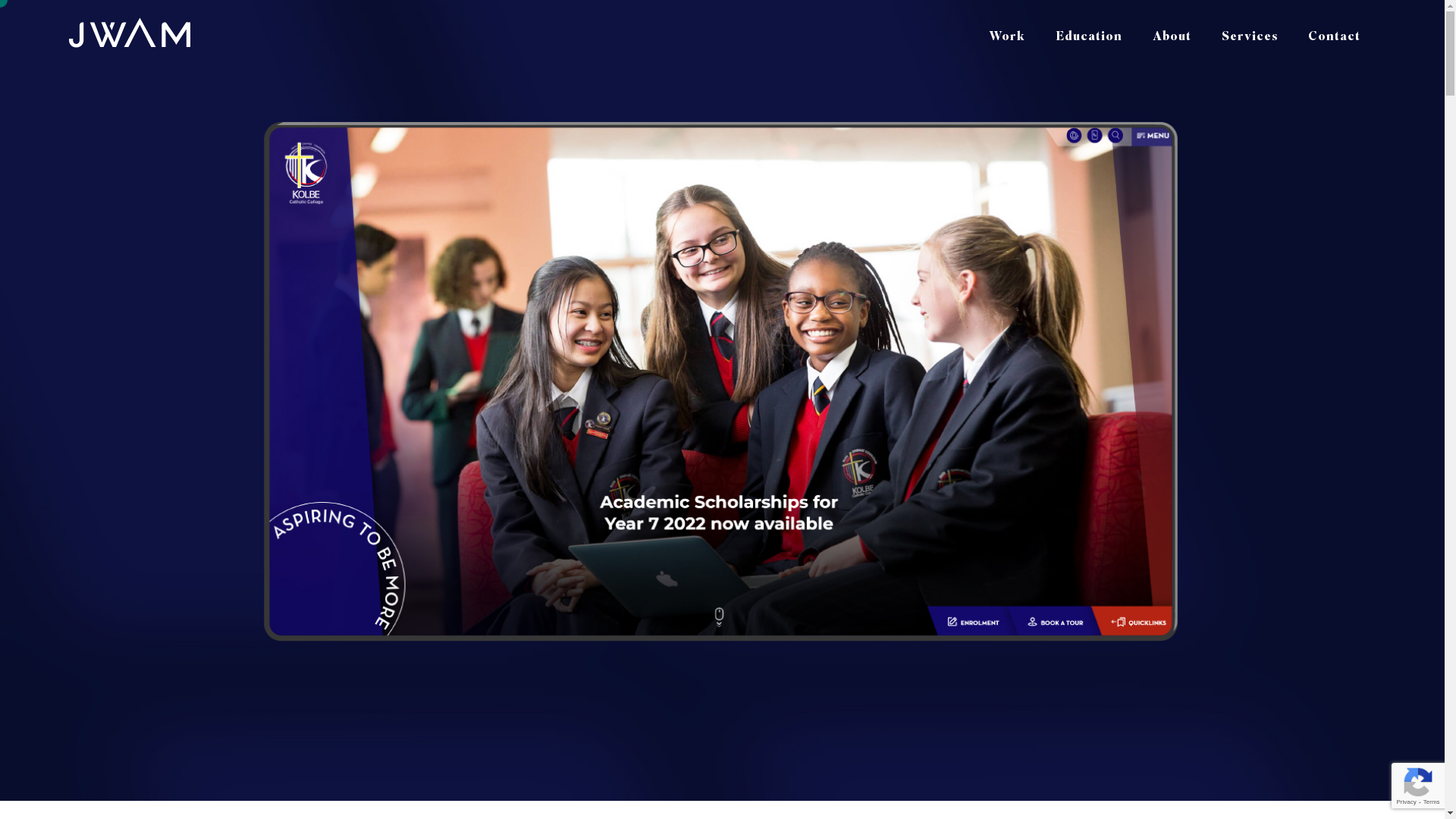 The height and width of the screenshot is (819, 1456). I want to click on 'Education', so click(1087, 32).